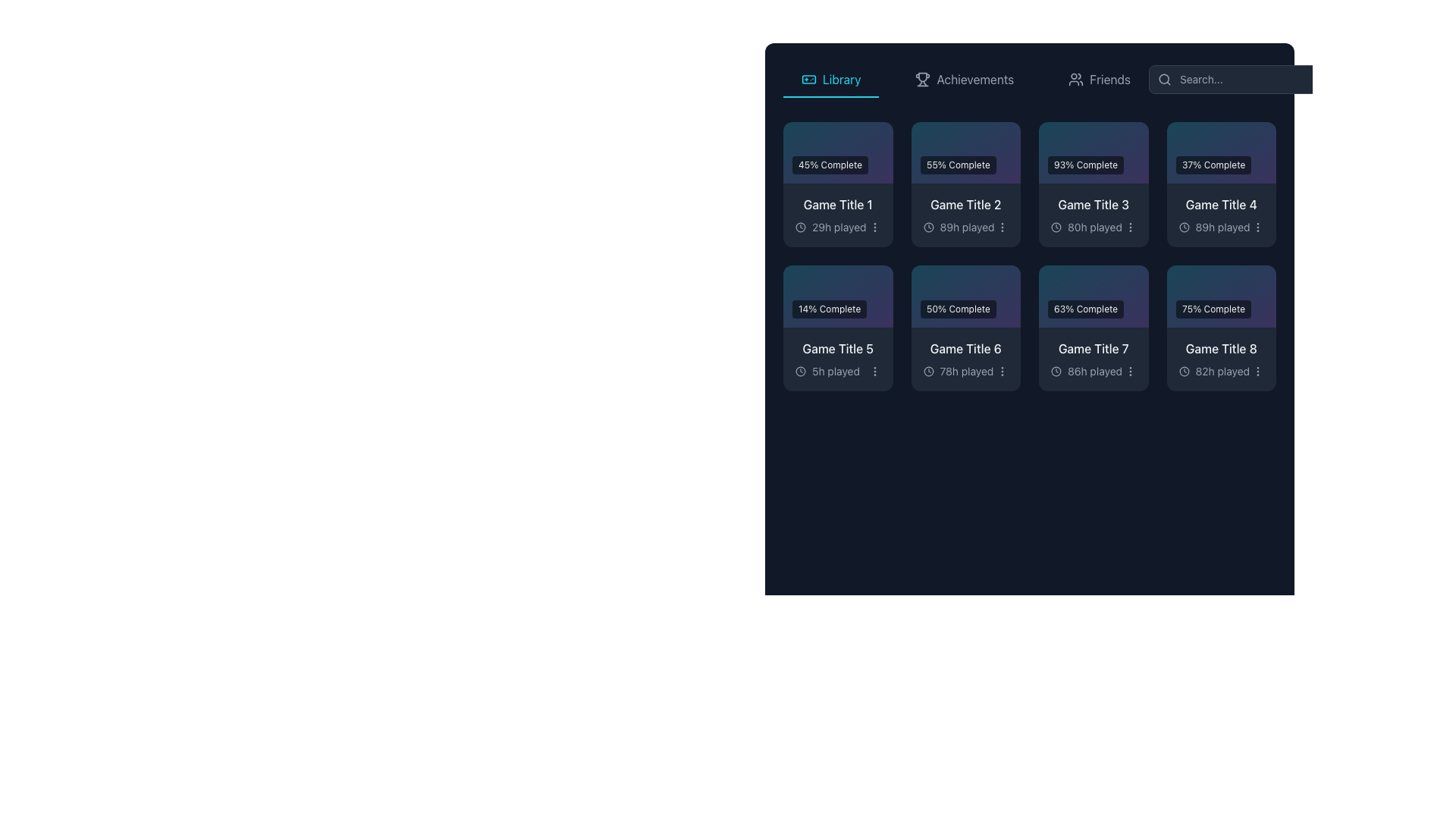 This screenshot has width=1456, height=819. I want to click on the Progress indicator card located in the top-right corner of the grid layout, which shows '37% Complete', so click(1221, 152).